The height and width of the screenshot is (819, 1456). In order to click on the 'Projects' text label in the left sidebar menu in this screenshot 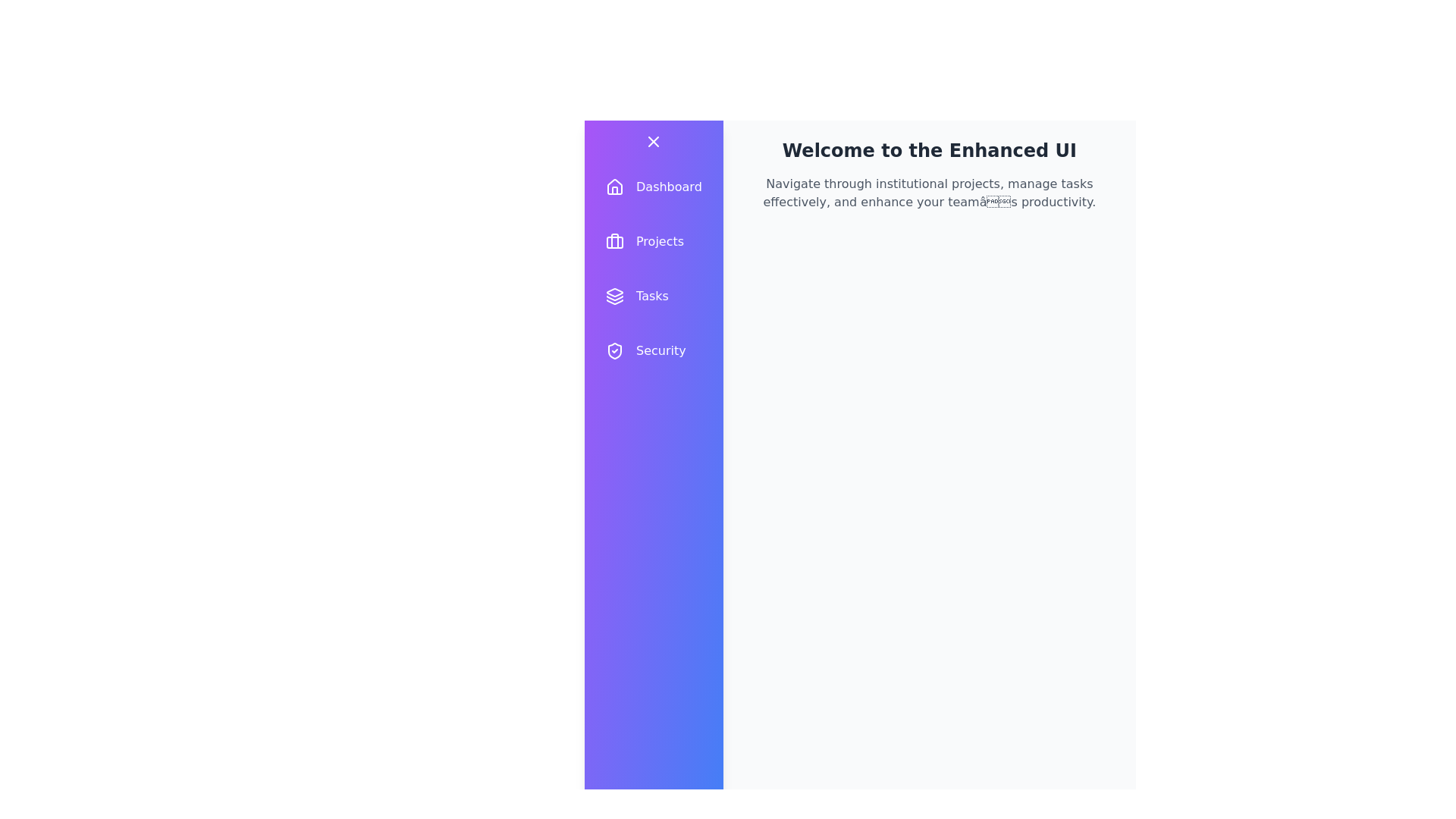, I will do `click(660, 241)`.